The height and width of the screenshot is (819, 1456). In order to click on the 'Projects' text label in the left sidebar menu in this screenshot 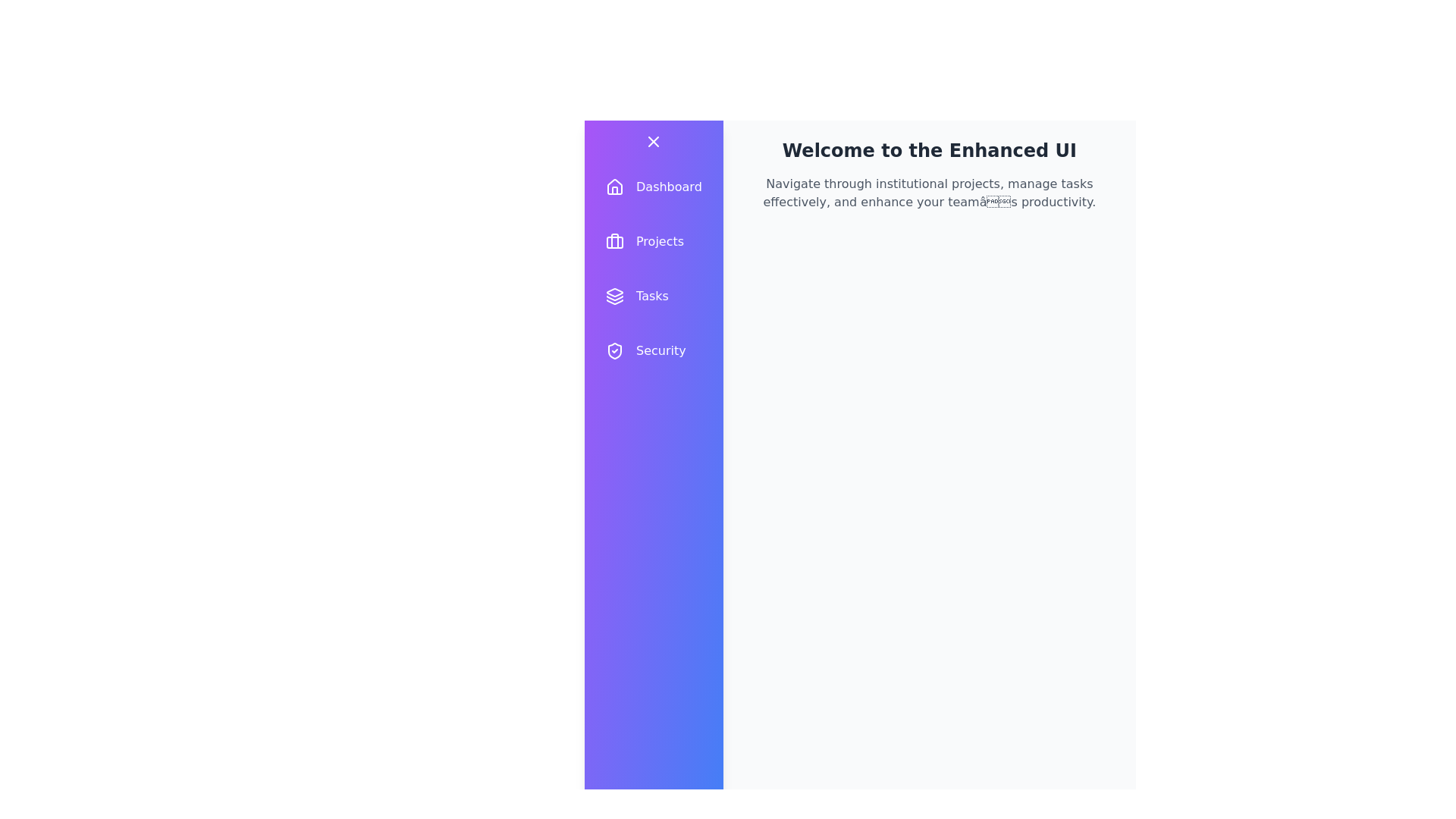, I will do `click(660, 241)`.